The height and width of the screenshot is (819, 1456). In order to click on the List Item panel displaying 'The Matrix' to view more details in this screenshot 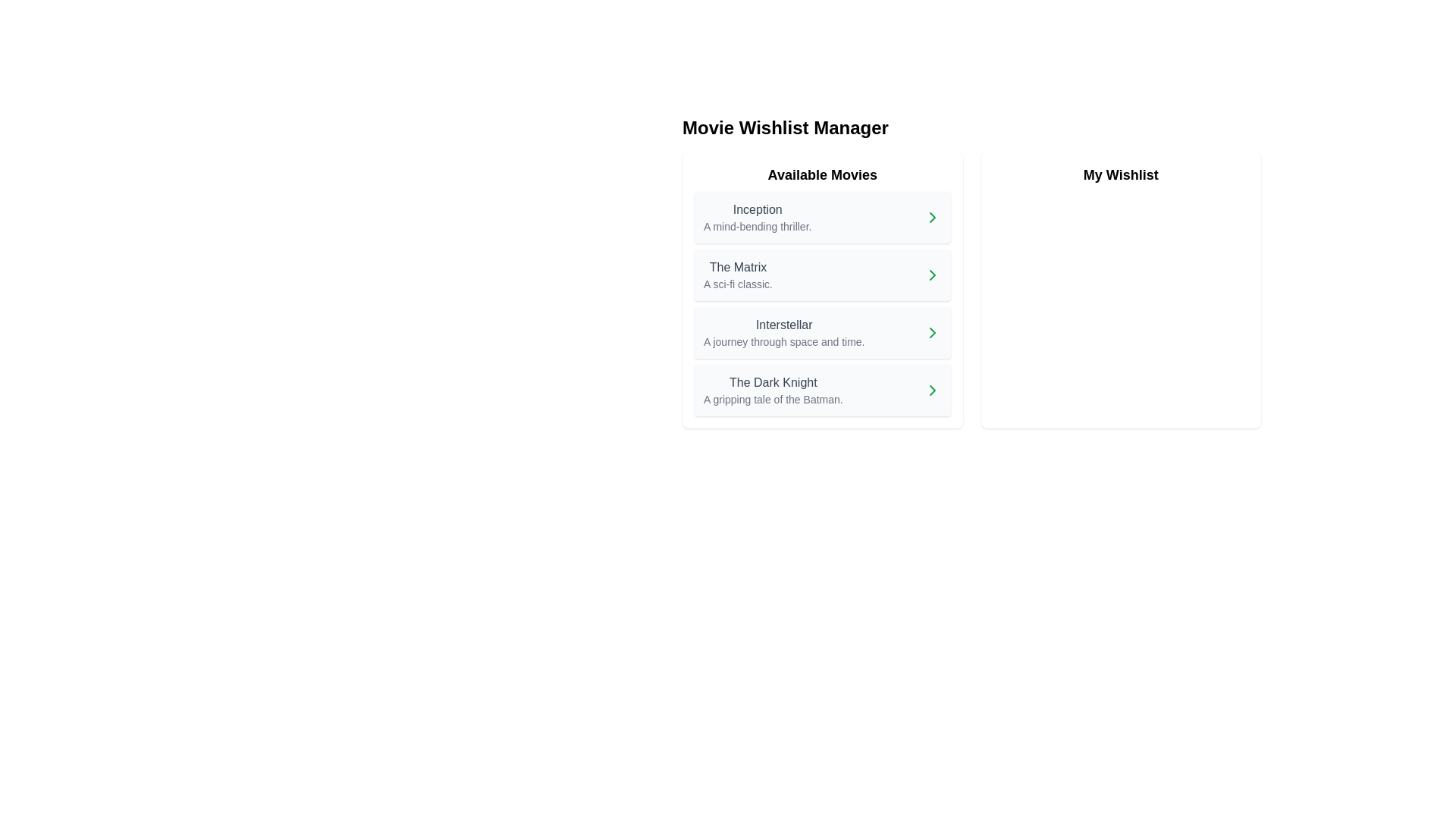, I will do `click(821, 275)`.